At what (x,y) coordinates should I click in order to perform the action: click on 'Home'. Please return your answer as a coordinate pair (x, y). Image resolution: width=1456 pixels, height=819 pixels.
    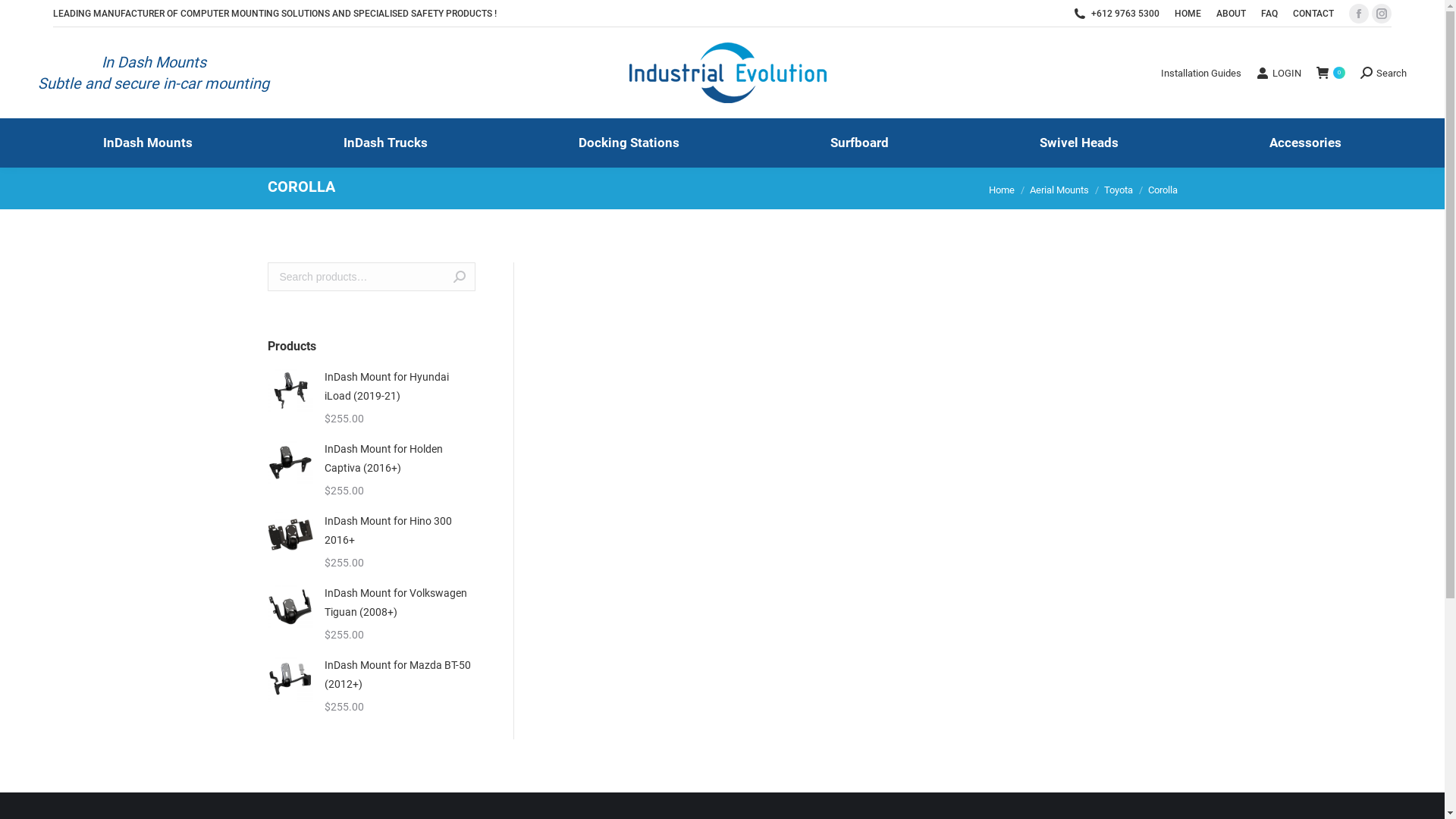
    Looking at the image, I should click on (1001, 188).